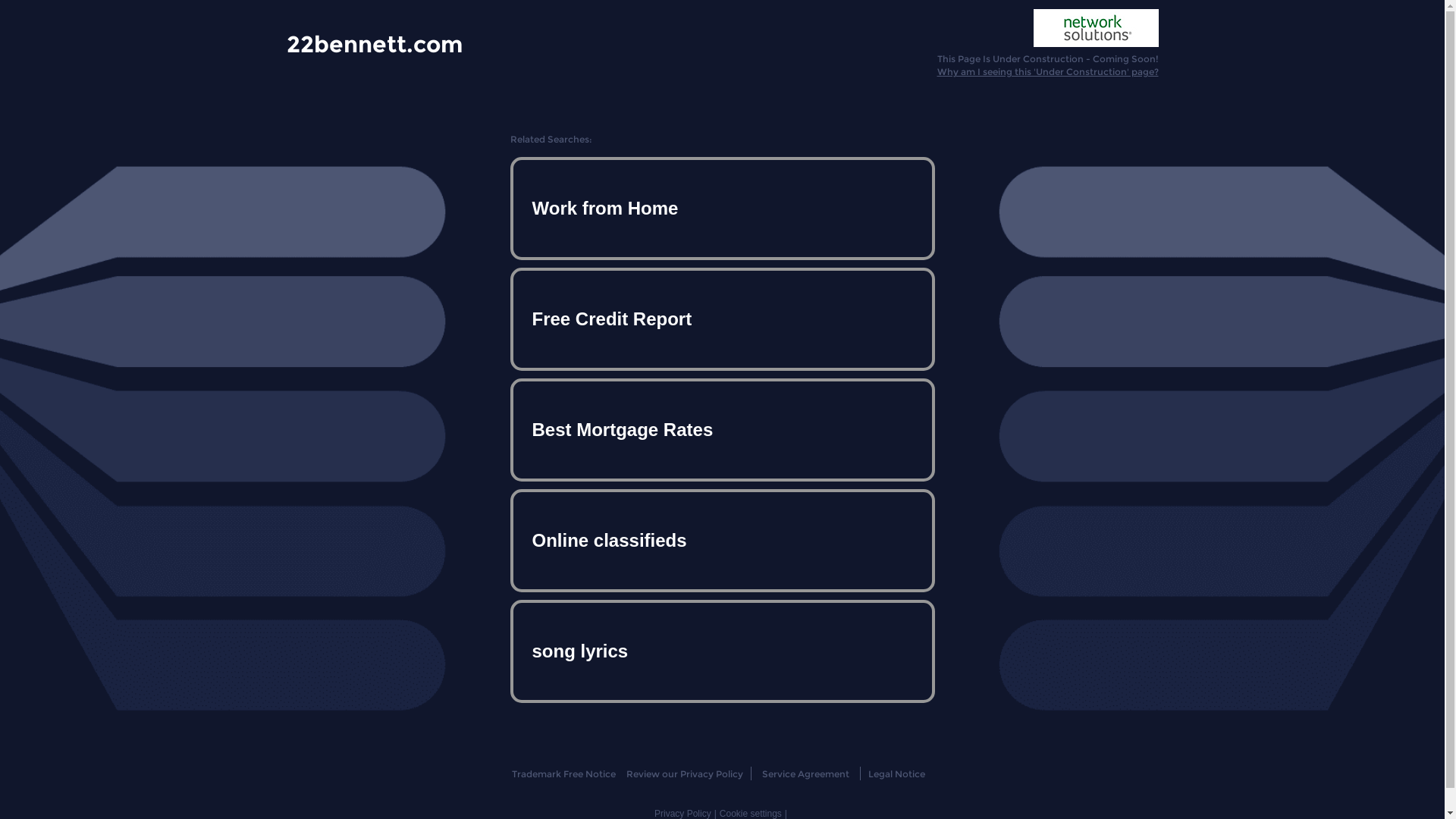  I want to click on 'Legal Notice', so click(868, 773).